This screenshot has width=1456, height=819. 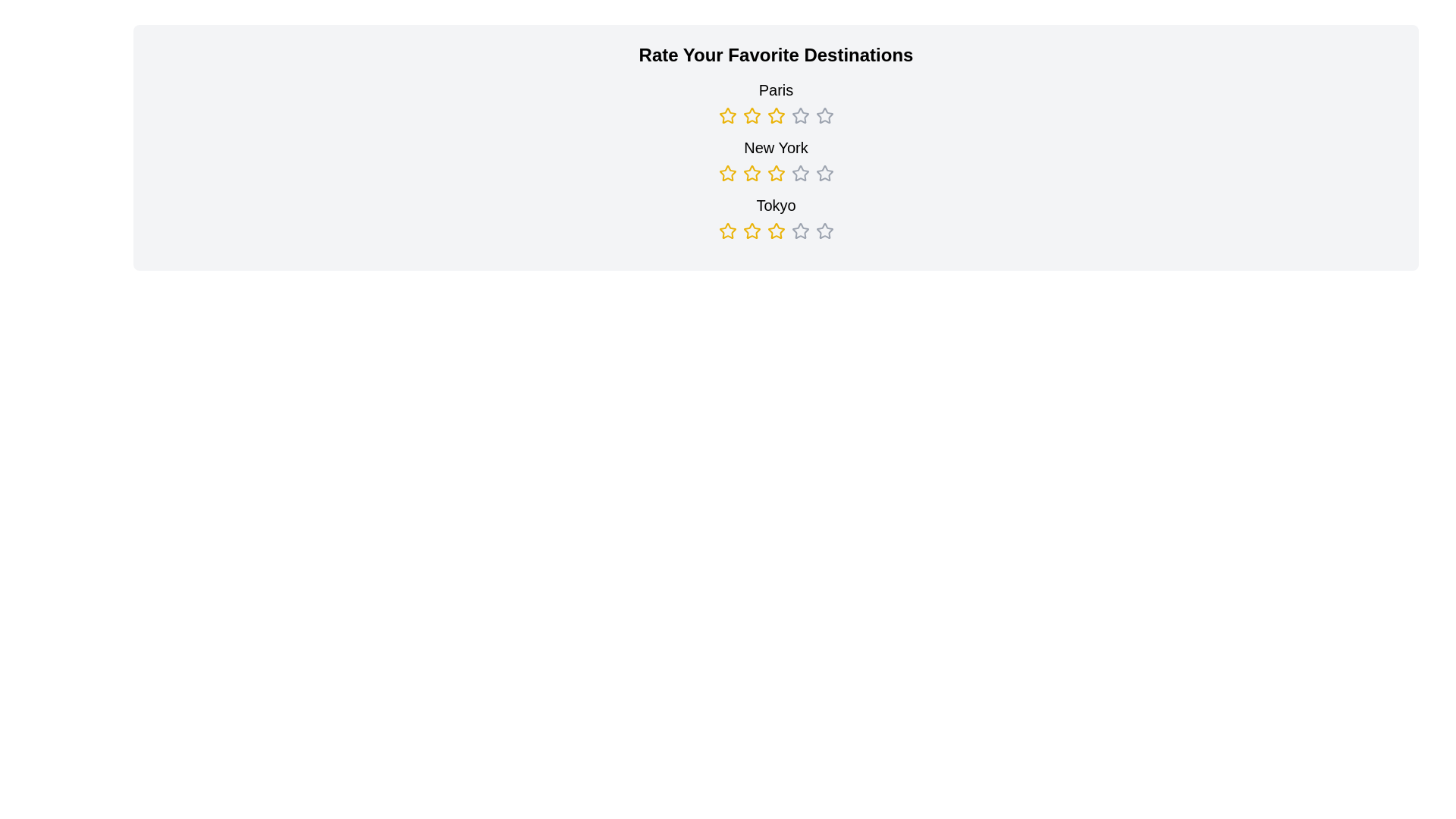 What do you see at coordinates (726, 231) in the screenshot?
I see `the yellow-colored star icon with a hollow outline located in the bottommost row of the rating section for 'Tokyo' to rate it` at bounding box center [726, 231].